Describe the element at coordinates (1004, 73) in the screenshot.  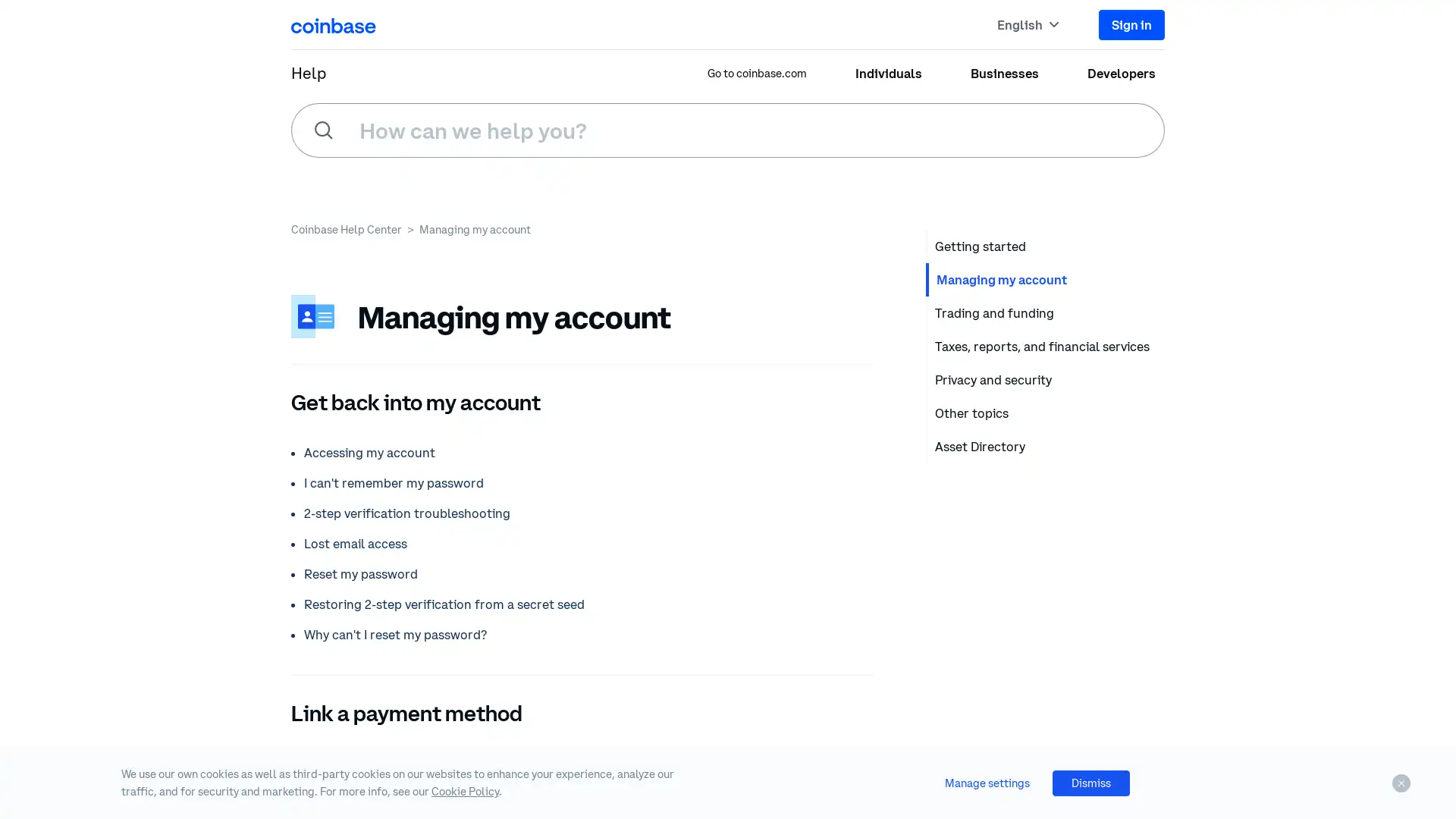
I see `Businesses` at that location.